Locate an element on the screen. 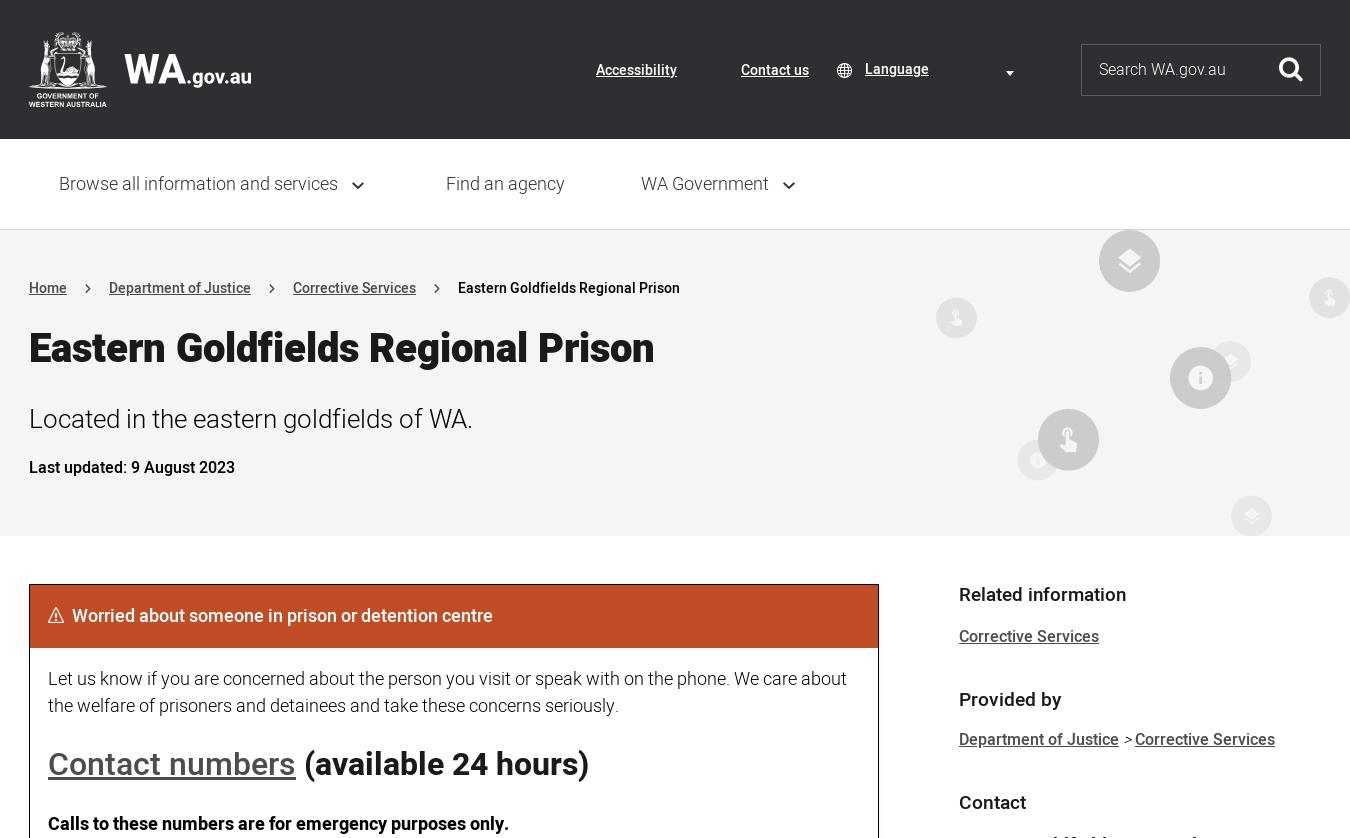 The height and width of the screenshot is (838, 1350). '(available 24 hours)' is located at coordinates (303, 763).